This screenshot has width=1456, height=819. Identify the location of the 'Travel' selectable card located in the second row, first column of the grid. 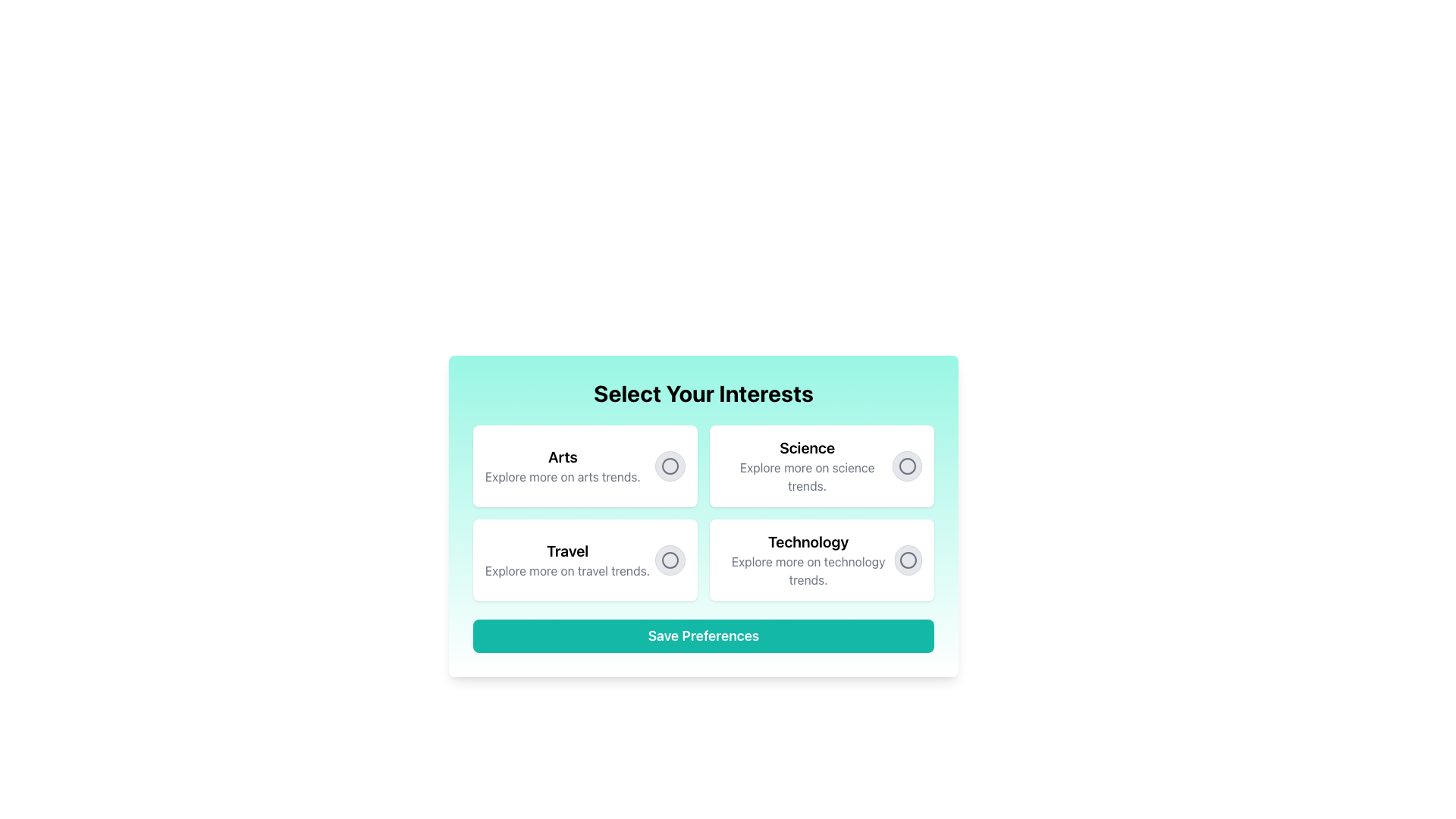
(566, 560).